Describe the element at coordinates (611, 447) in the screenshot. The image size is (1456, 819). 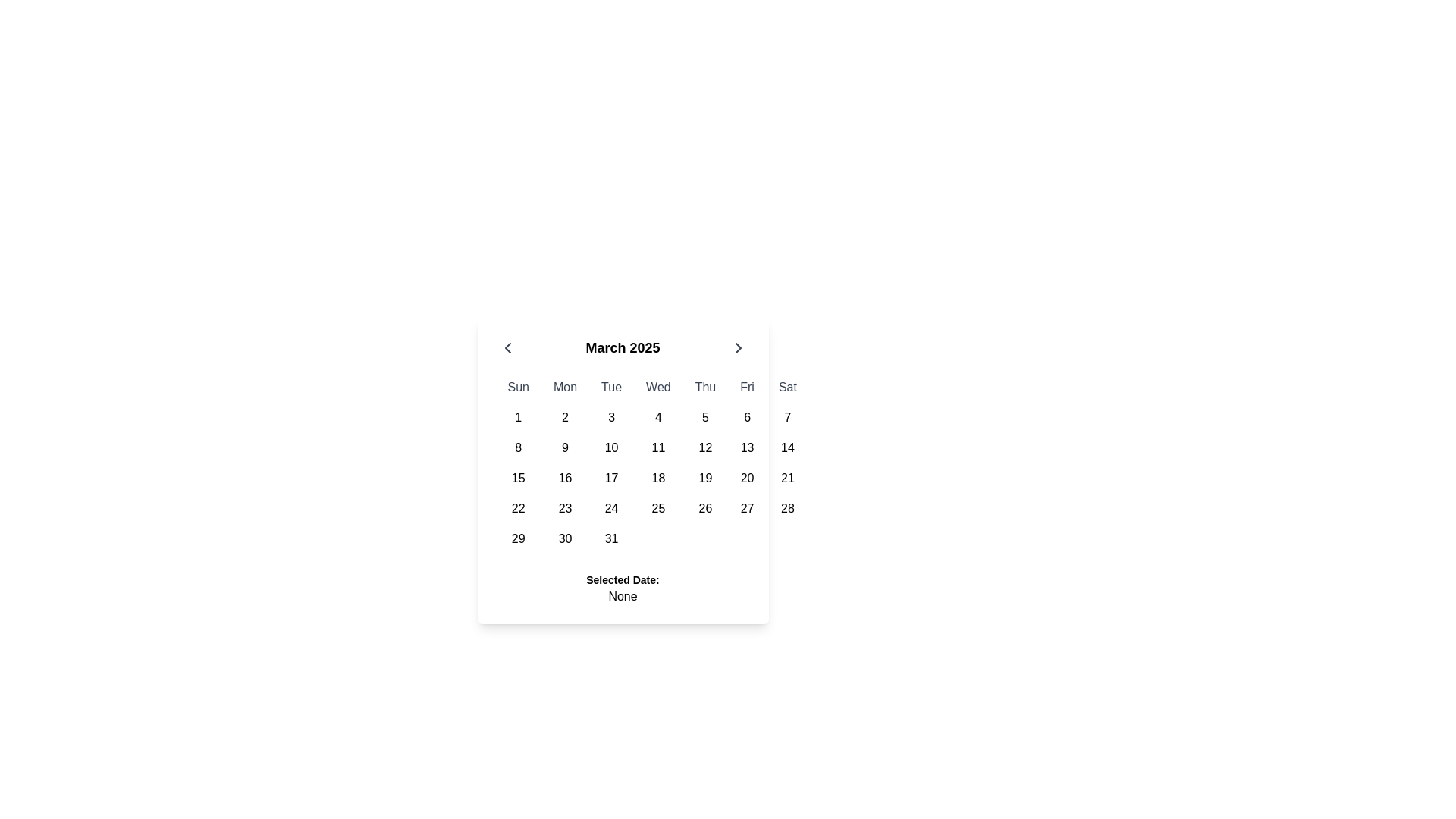
I see `the calendar day grid cell displaying the number '10'` at that location.